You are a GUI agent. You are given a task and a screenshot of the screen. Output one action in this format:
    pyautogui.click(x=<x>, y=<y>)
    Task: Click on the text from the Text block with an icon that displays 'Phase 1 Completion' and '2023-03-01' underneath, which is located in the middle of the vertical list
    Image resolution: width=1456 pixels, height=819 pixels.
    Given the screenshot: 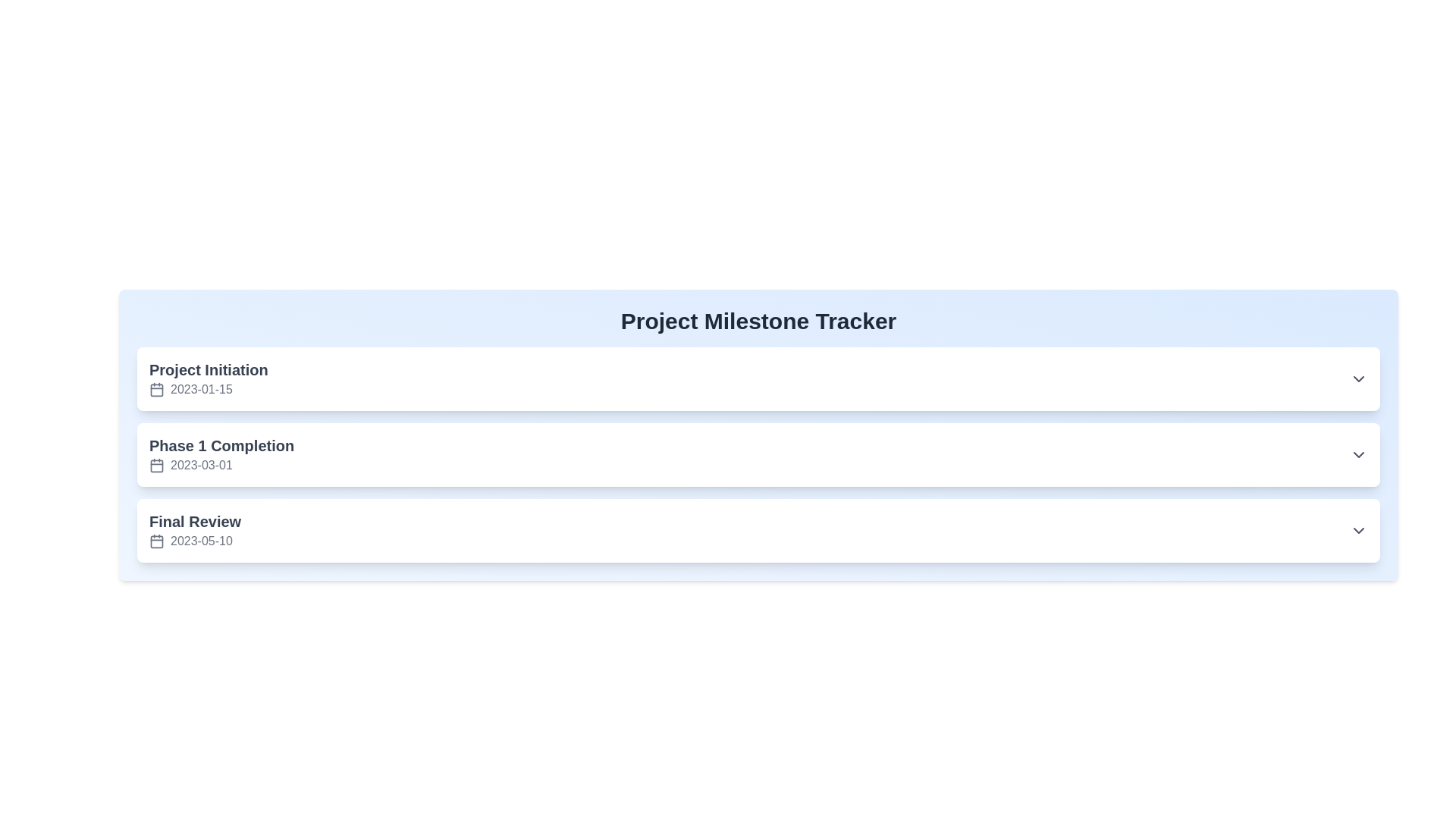 What is the action you would take?
    pyautogui.click(x=221, y=454)
    